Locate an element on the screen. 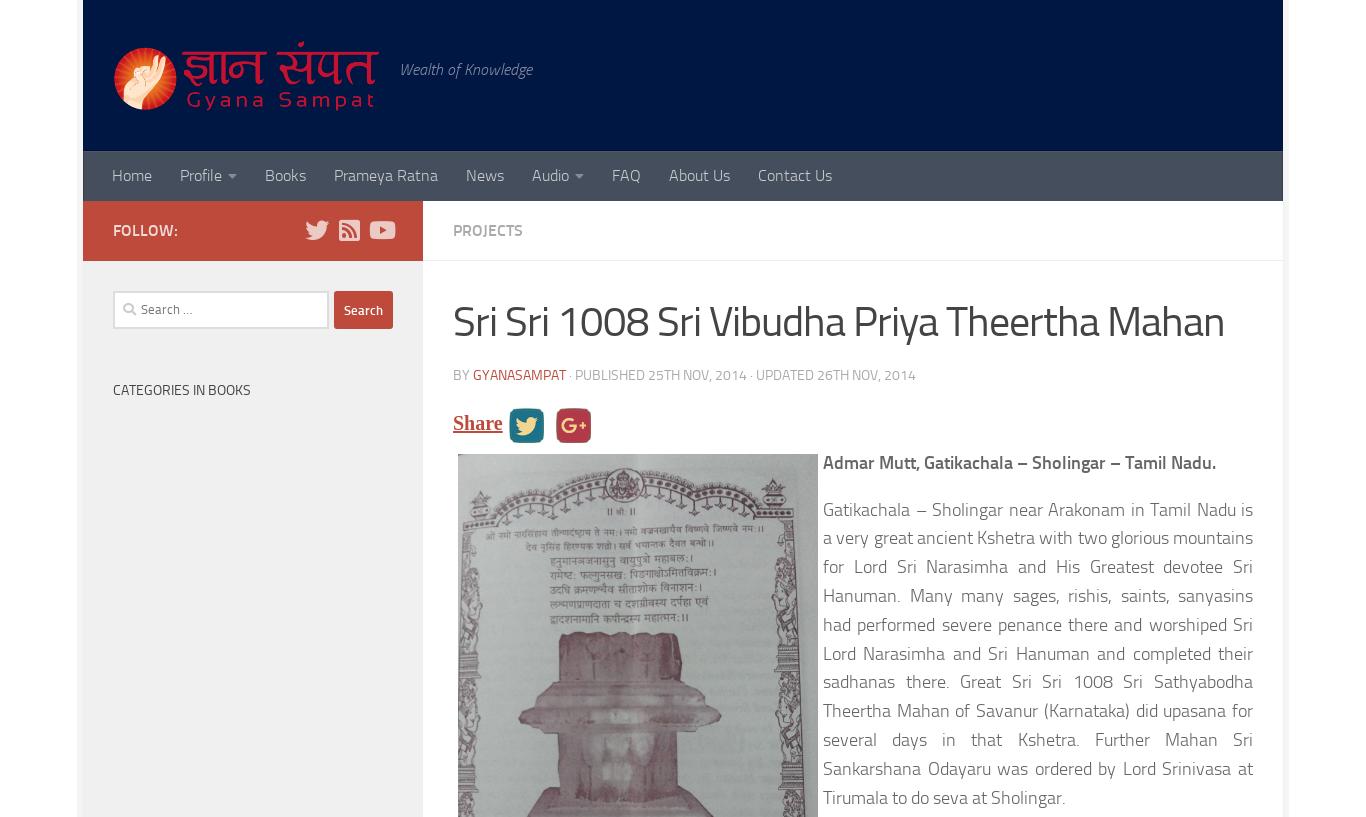 Image resolution: width=1366 pixels, height=817 pixels. 'Prameya Ratna' is located at coordinates (333, 174).